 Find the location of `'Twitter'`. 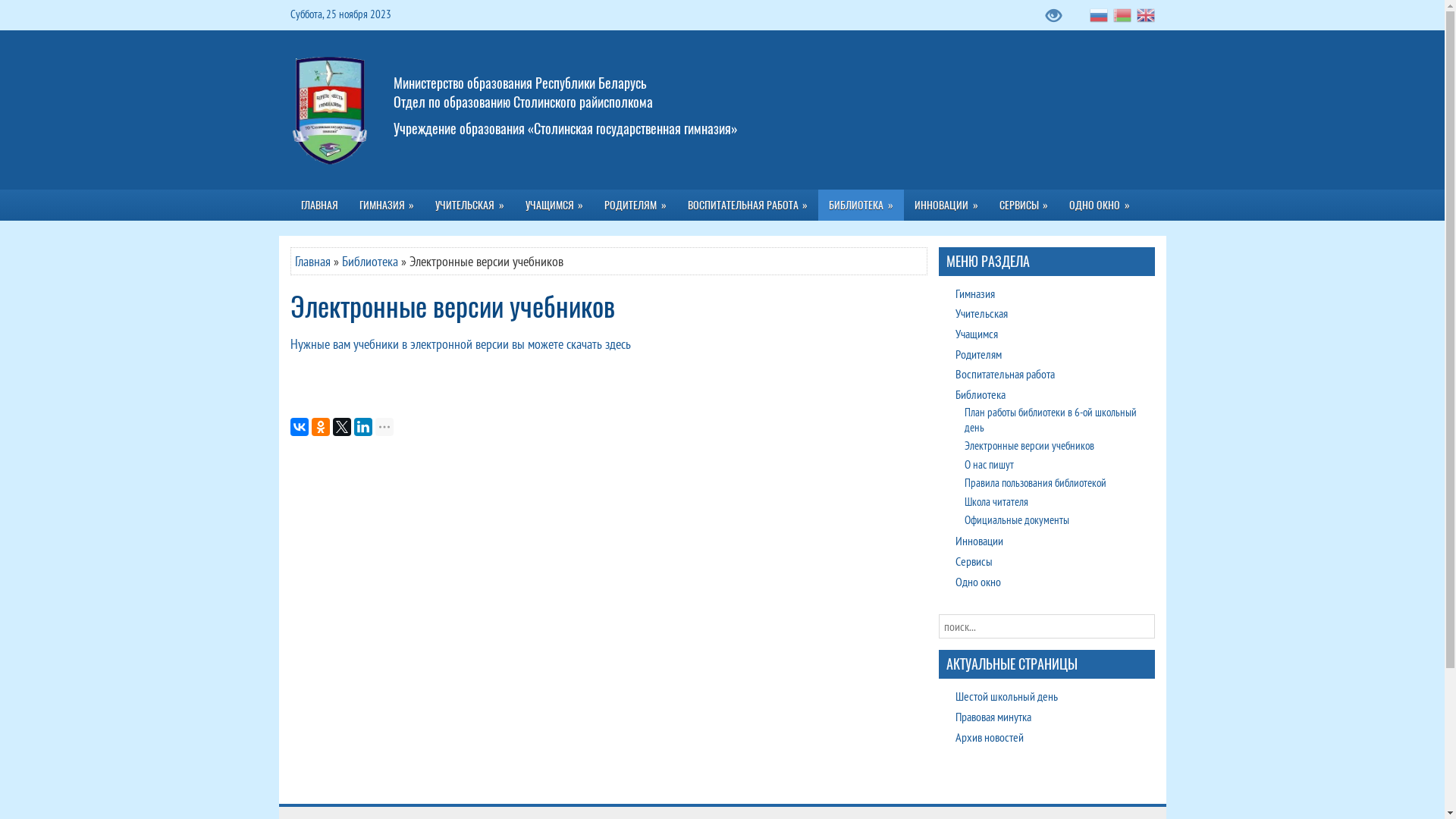

'Twitter' is located at coordinates (340, 427).